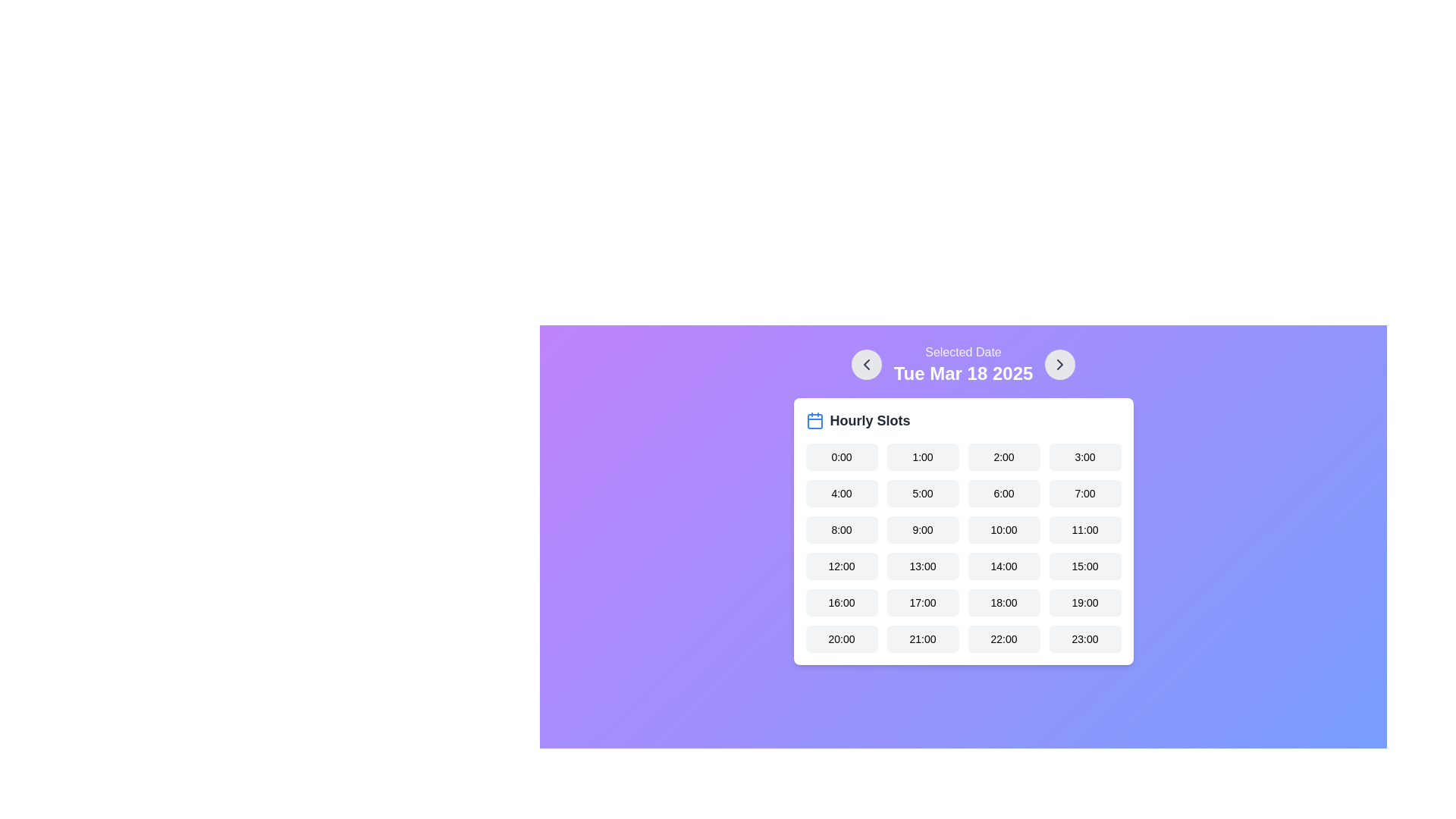  I want to click on the right navigation chevron arrow icon, so click(1059, 365).